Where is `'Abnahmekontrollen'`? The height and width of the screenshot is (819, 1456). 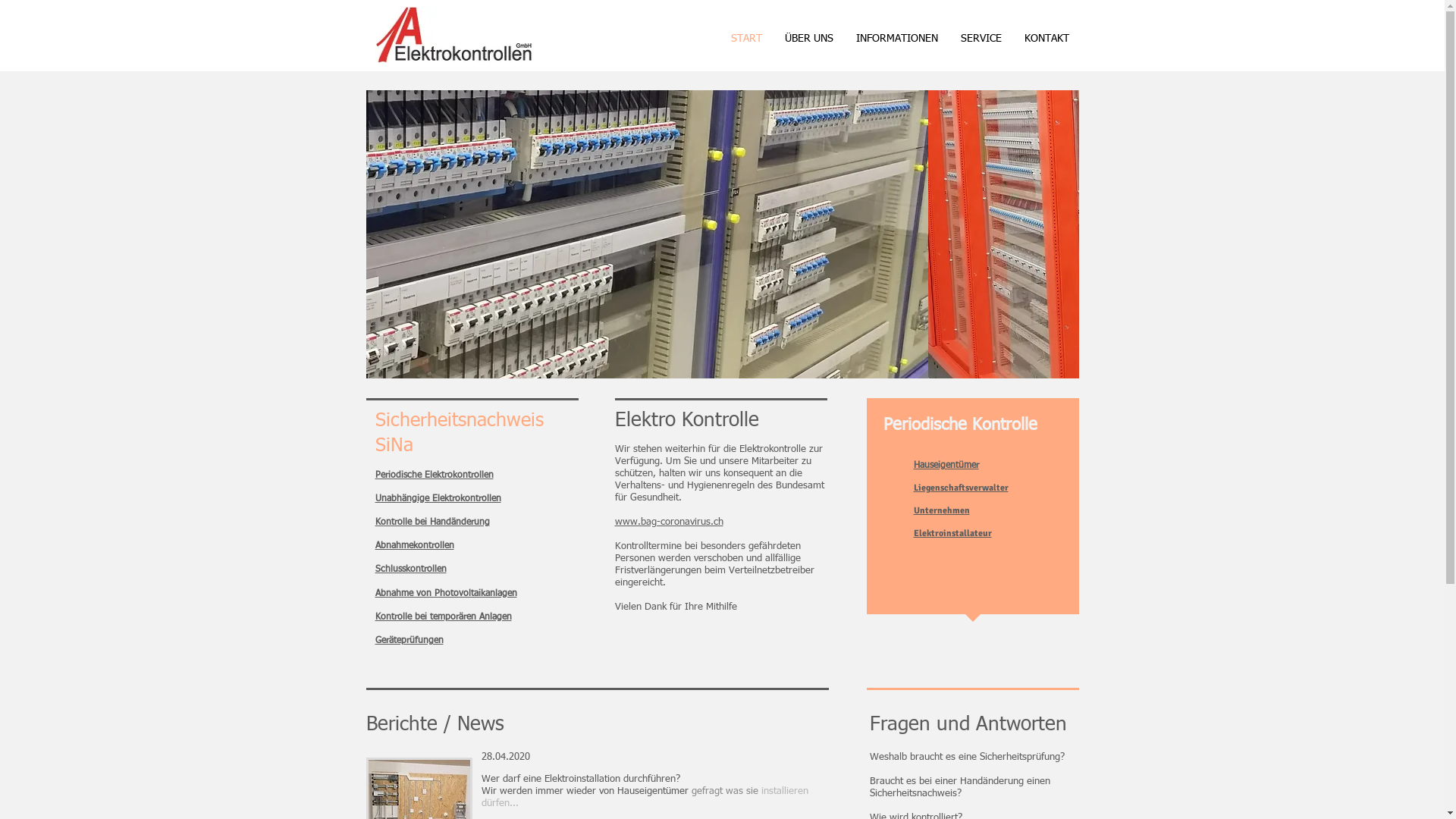
'Abnahmekontrollen' is located at coordinates (414, 546).